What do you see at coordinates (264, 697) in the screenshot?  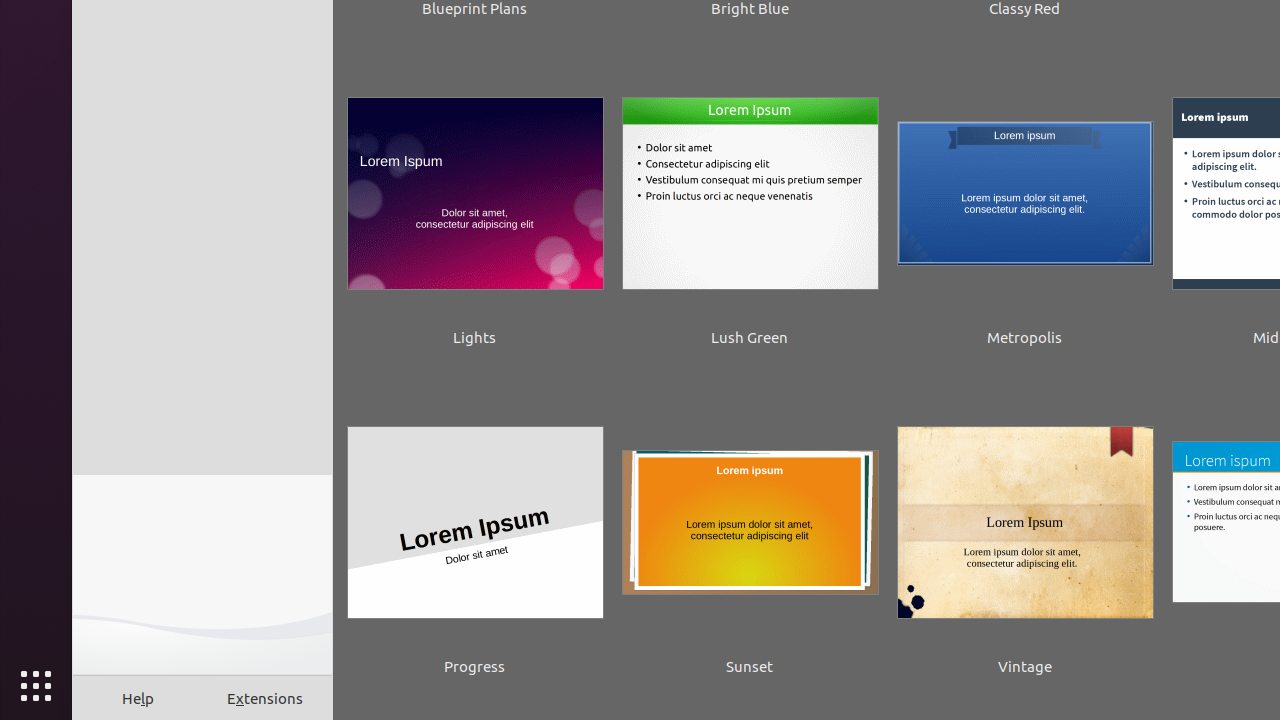 I see `'Extensions'` at bounding box center [264, 697].